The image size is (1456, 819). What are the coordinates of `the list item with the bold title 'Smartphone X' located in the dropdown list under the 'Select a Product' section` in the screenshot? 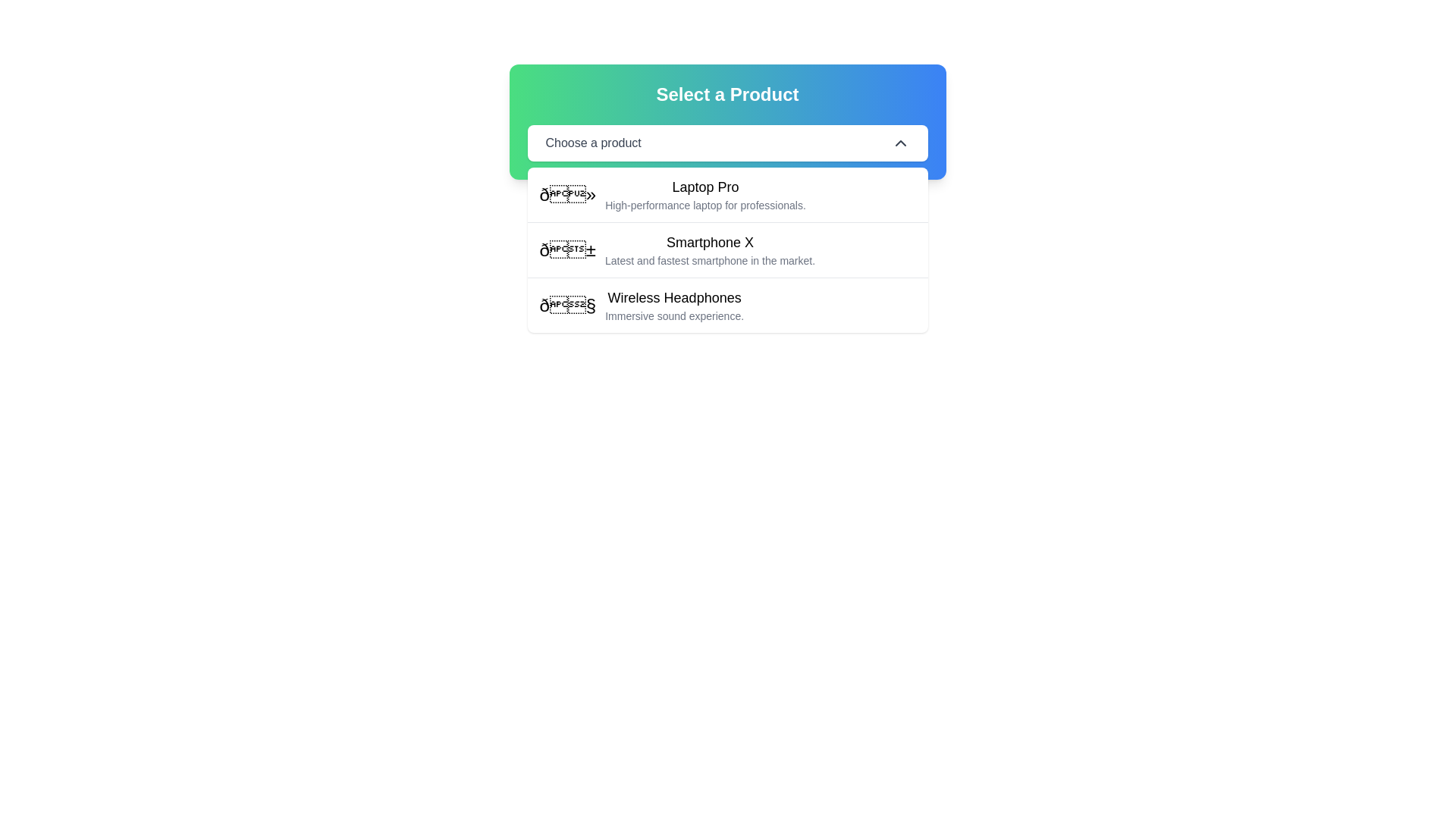 It's located at (726, 249).